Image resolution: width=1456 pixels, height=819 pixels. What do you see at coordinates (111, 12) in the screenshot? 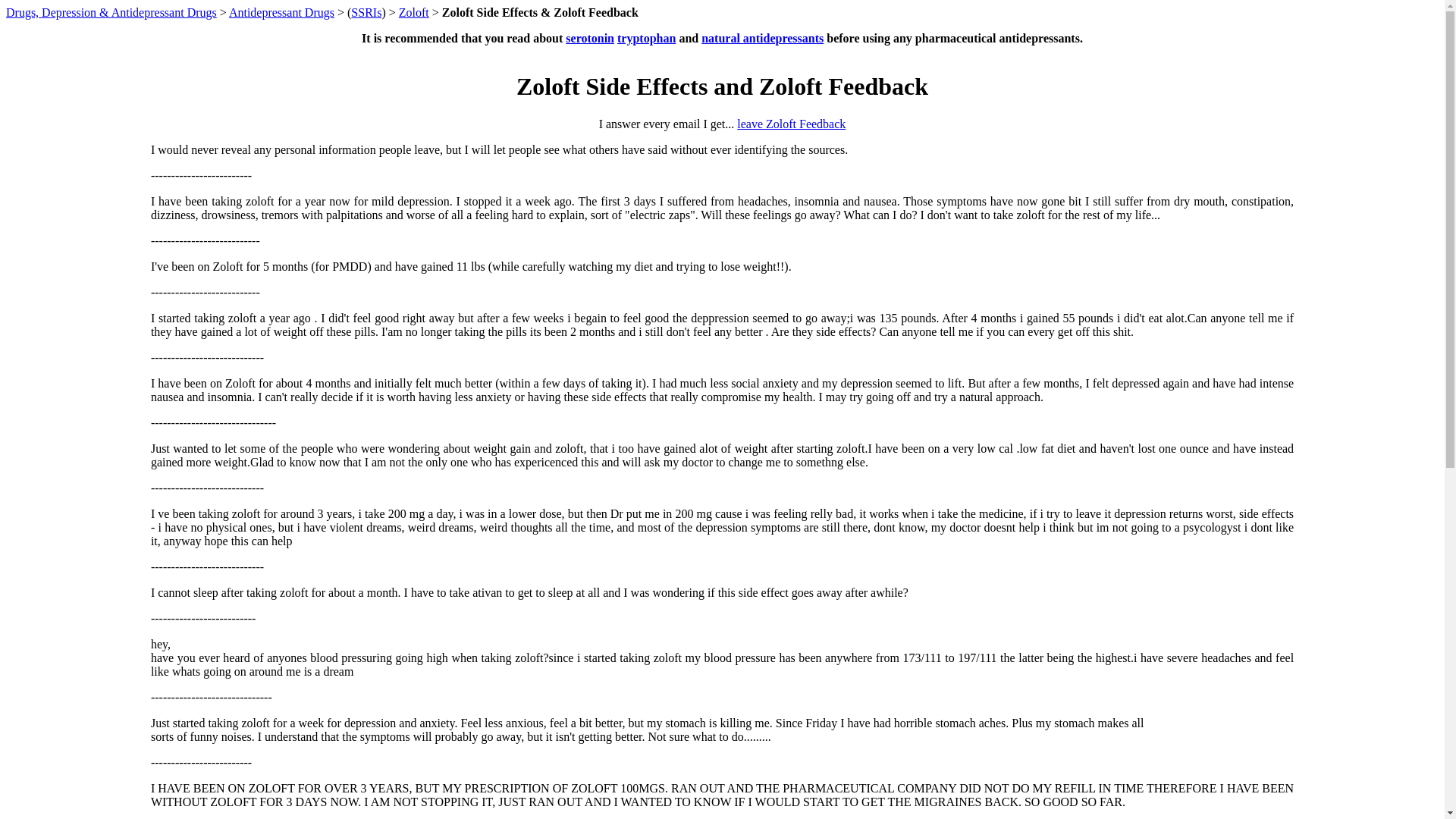
I see `'Drugs, Depression & Antidepressant Drugs'` at bounding box center [111, 12].